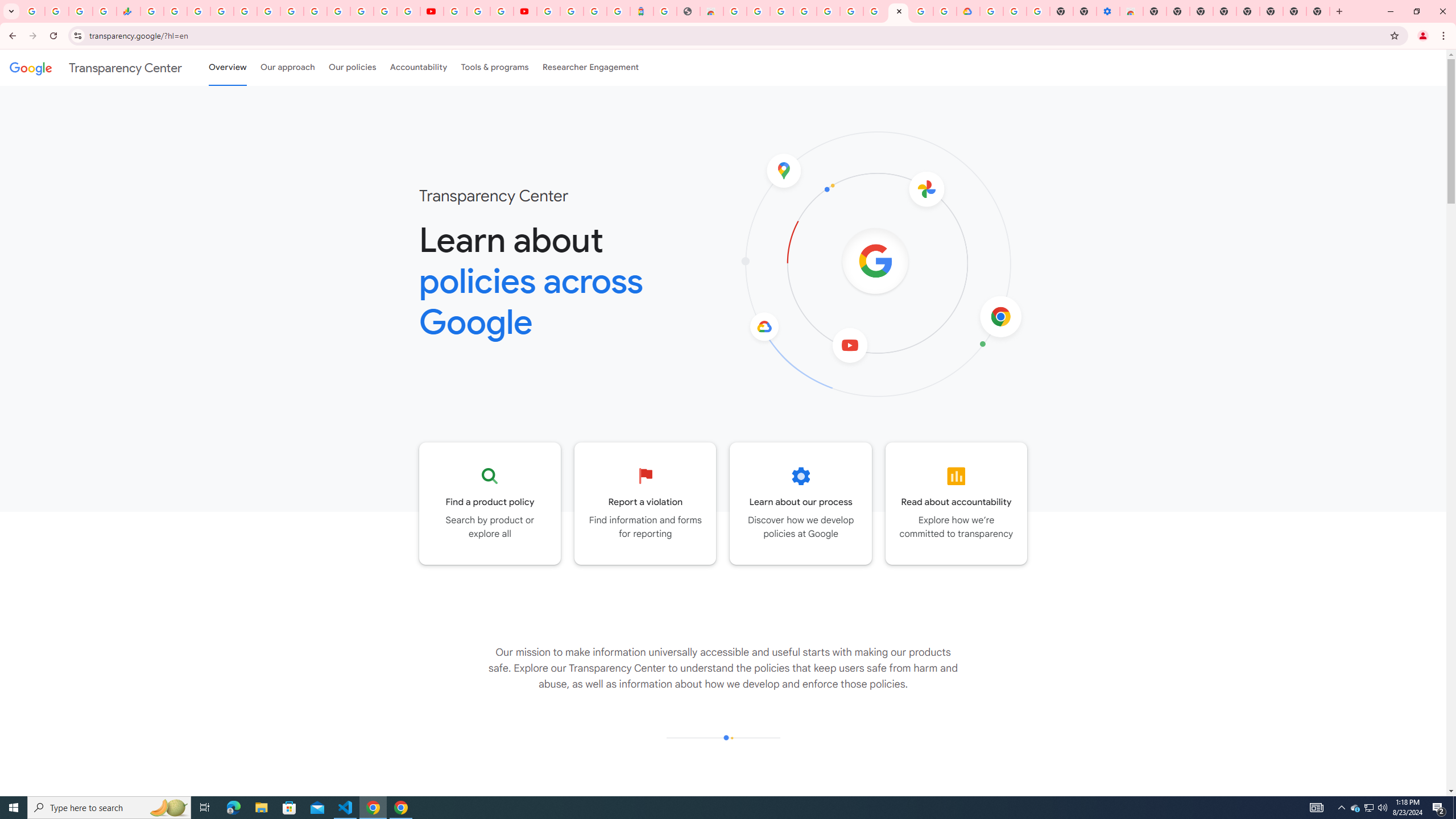 Image resolution: width=1456 pixels, height=819 pixels. What do you see at coordinates (77, 35) in the screenshot?
I see `'View site information'` at bounding box center [77, 35].